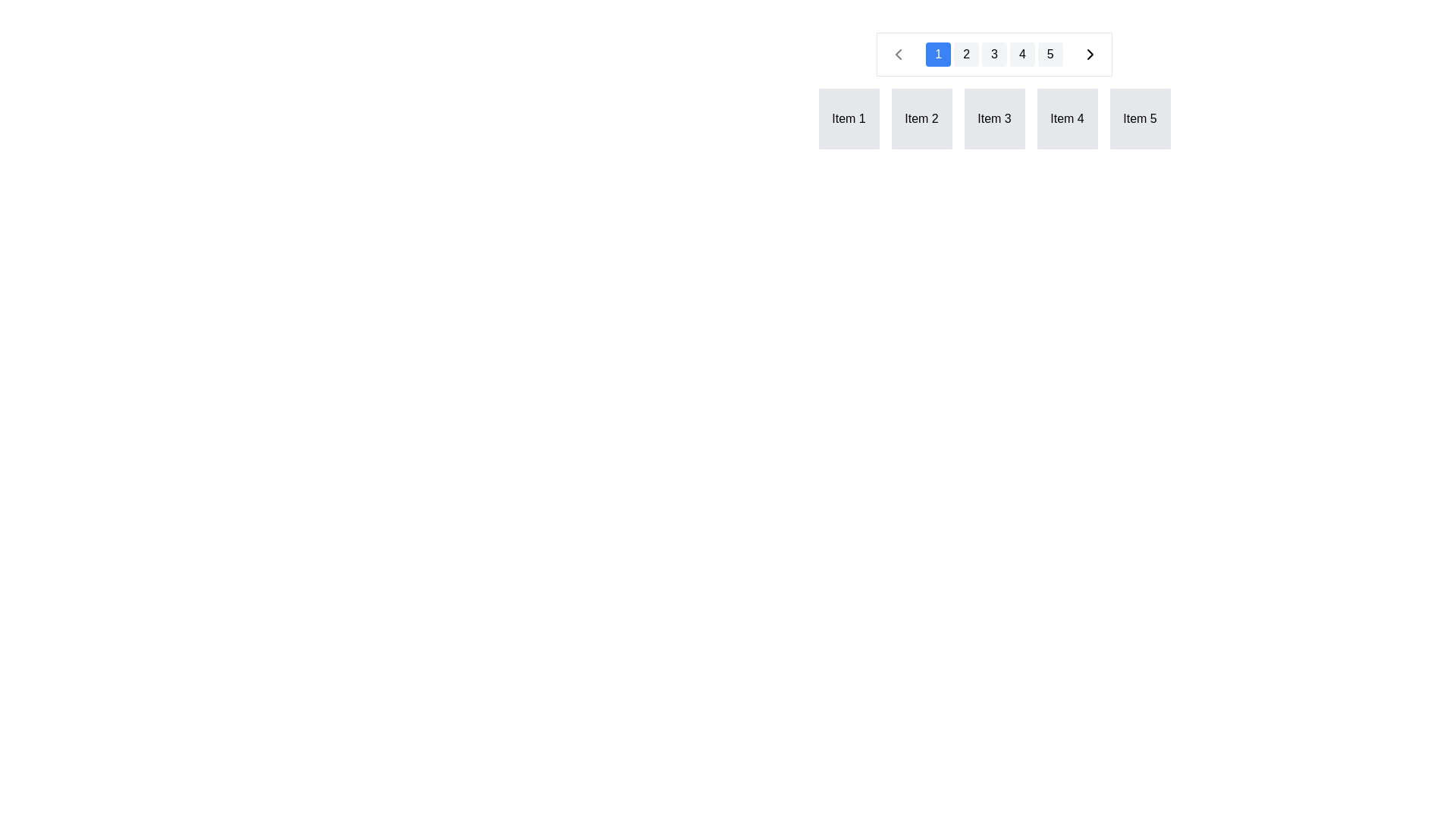 This screenshot has width=1456, height=819. I want to click on label of the third item in a horizontal sequence of items labeled from 'Item 1' to 'Item 5', so click(994, 118).